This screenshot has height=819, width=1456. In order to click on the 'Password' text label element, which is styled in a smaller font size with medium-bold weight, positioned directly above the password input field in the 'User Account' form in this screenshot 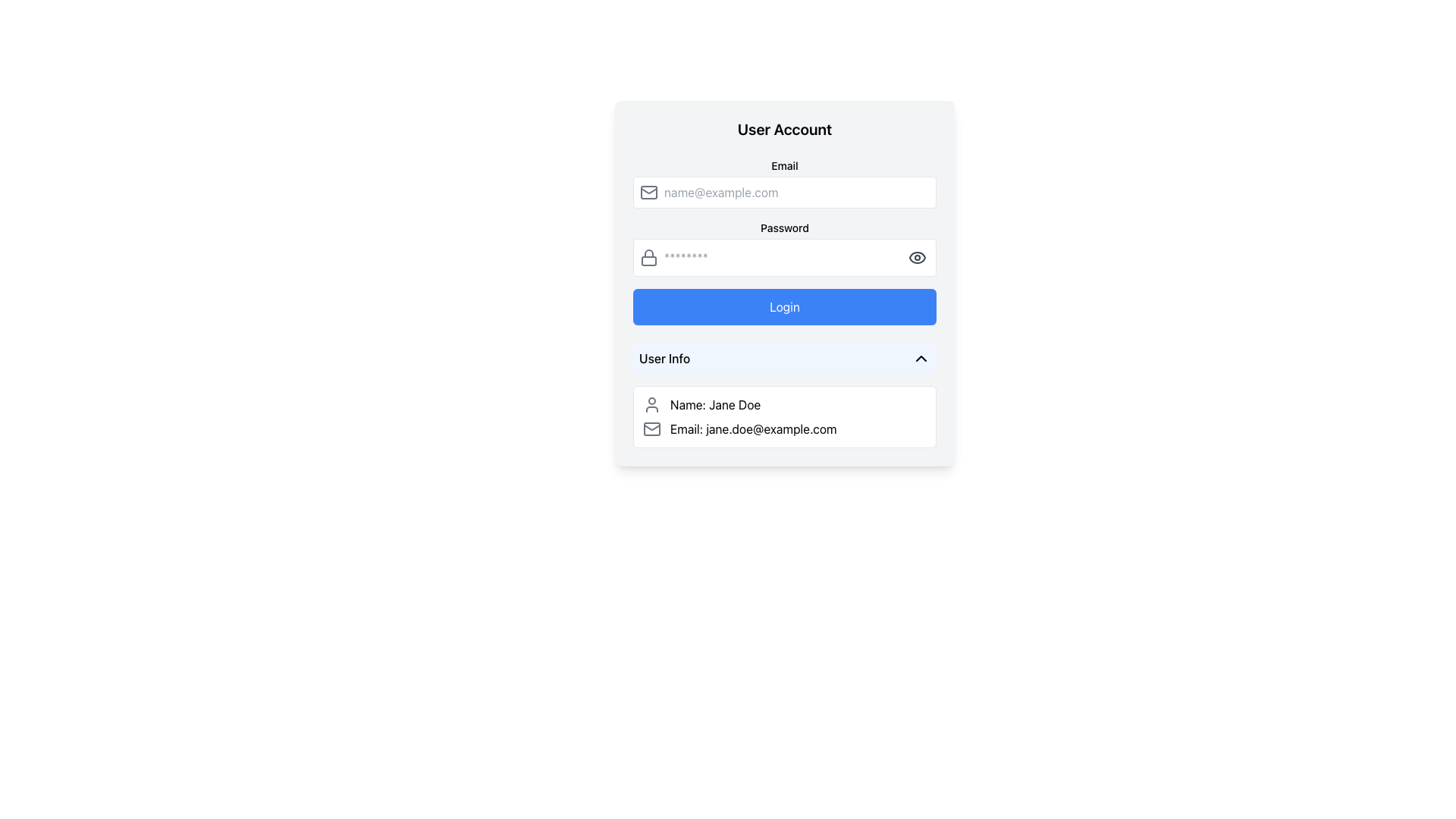, I will do `click(785, 227)`.